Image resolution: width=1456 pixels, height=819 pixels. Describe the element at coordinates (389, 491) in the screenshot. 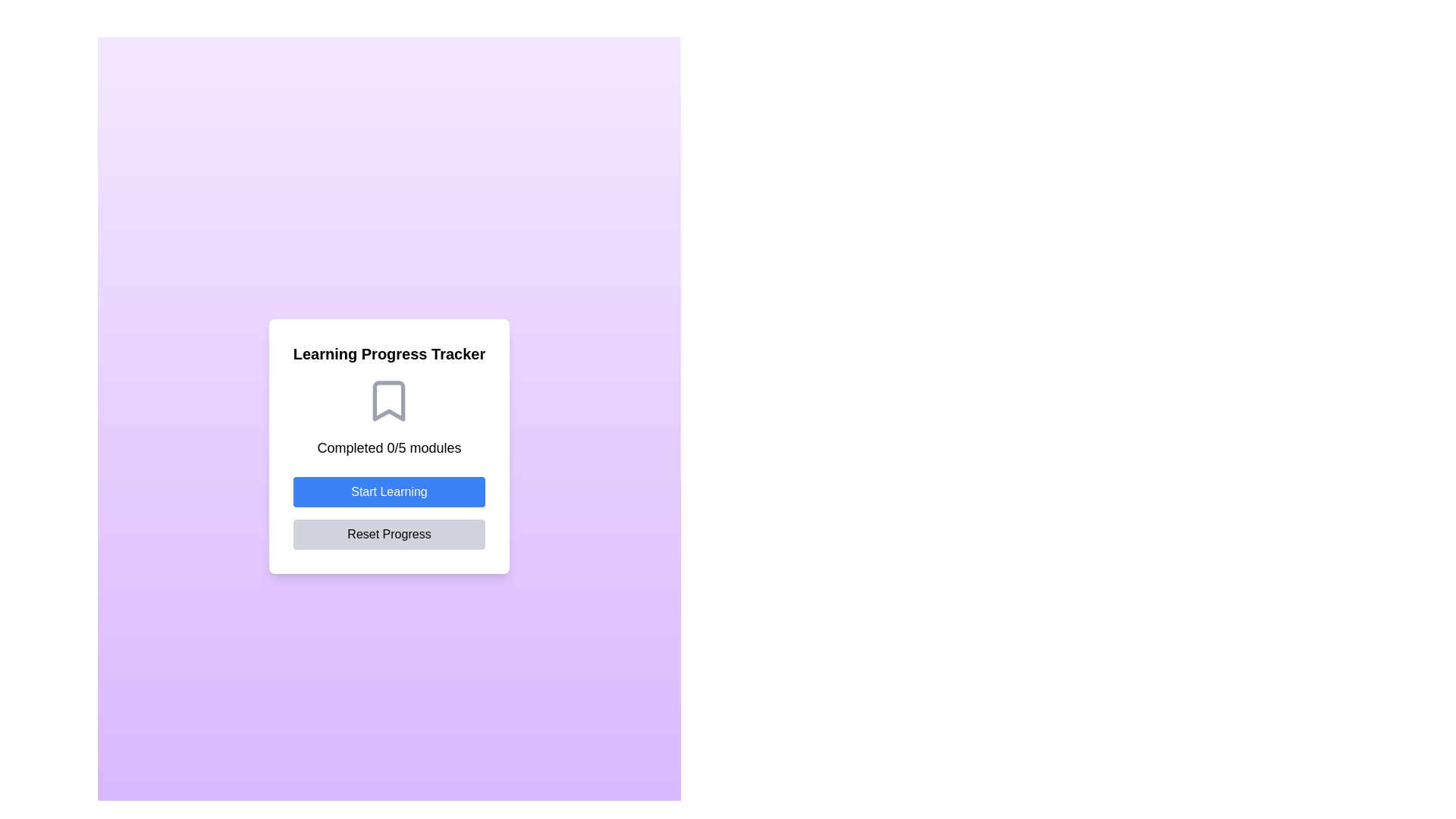

I see `the rectangular button with a blue background and white text reading 'Start Learning' to initiate learning` at that location.